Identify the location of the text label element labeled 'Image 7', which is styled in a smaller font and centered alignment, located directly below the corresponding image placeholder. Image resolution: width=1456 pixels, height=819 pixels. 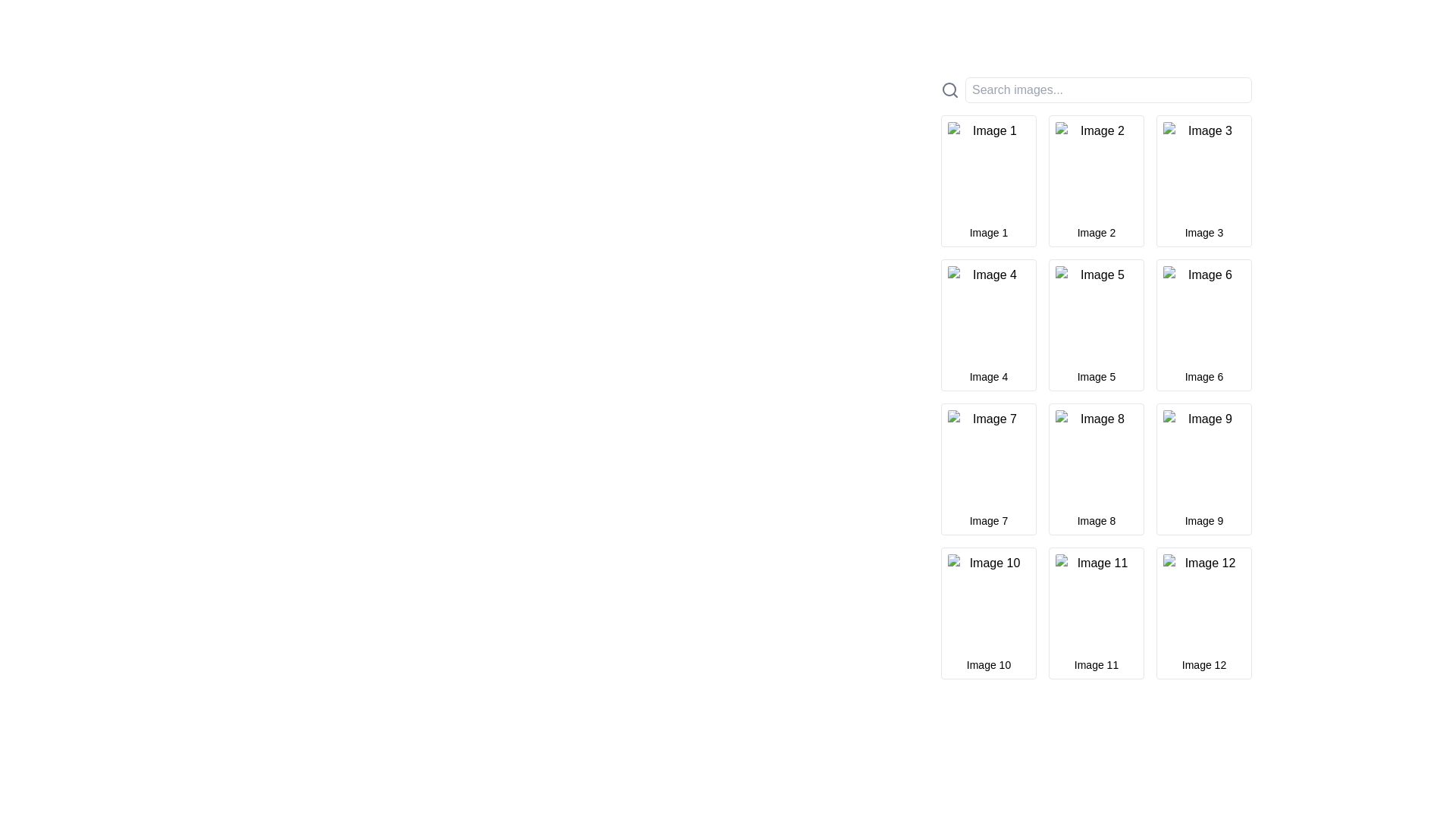
(989, 519).